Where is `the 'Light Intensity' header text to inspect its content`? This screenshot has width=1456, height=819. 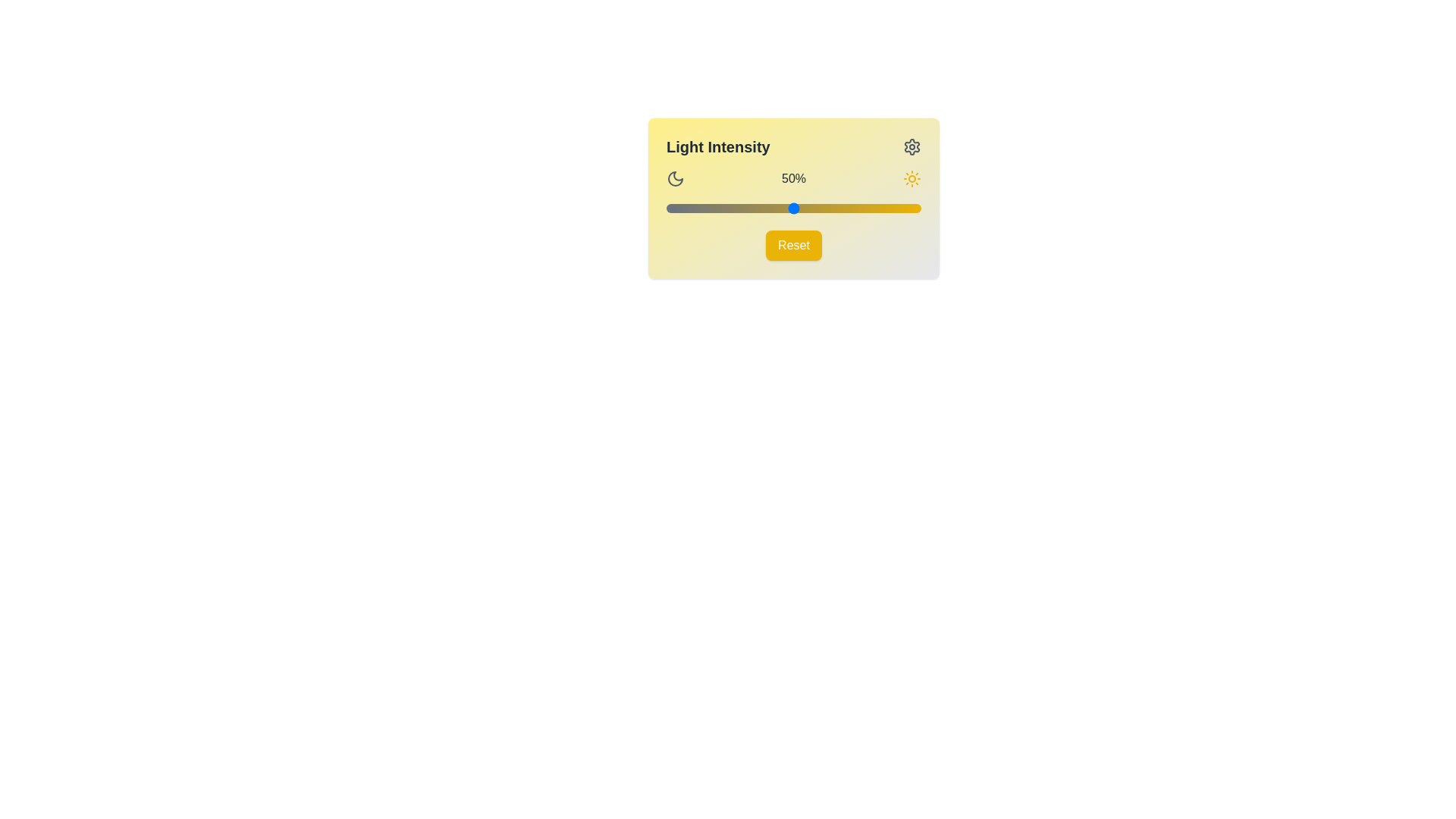 the 'Light Intensity' header text to inspect its content is located at coordinates (717, 146).